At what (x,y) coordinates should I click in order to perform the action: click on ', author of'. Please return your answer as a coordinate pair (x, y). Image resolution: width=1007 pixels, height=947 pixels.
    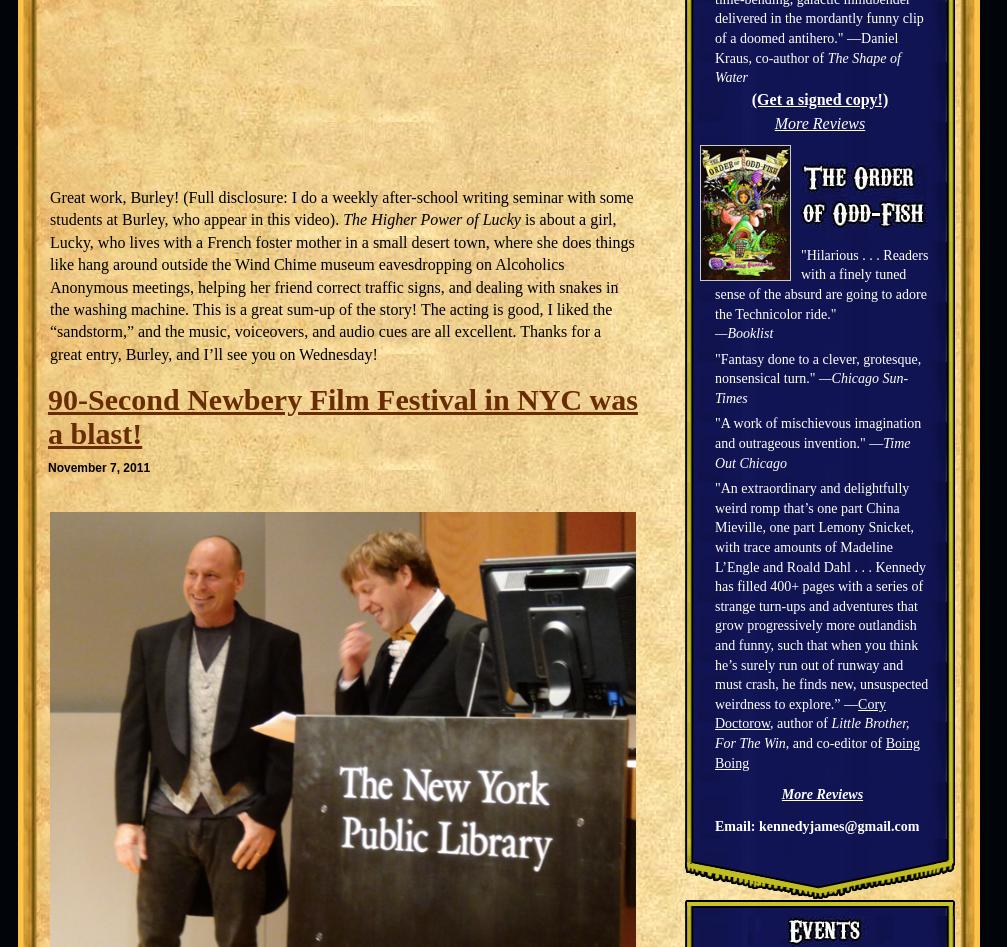
    Looking at the image, I should click on (768, 722).